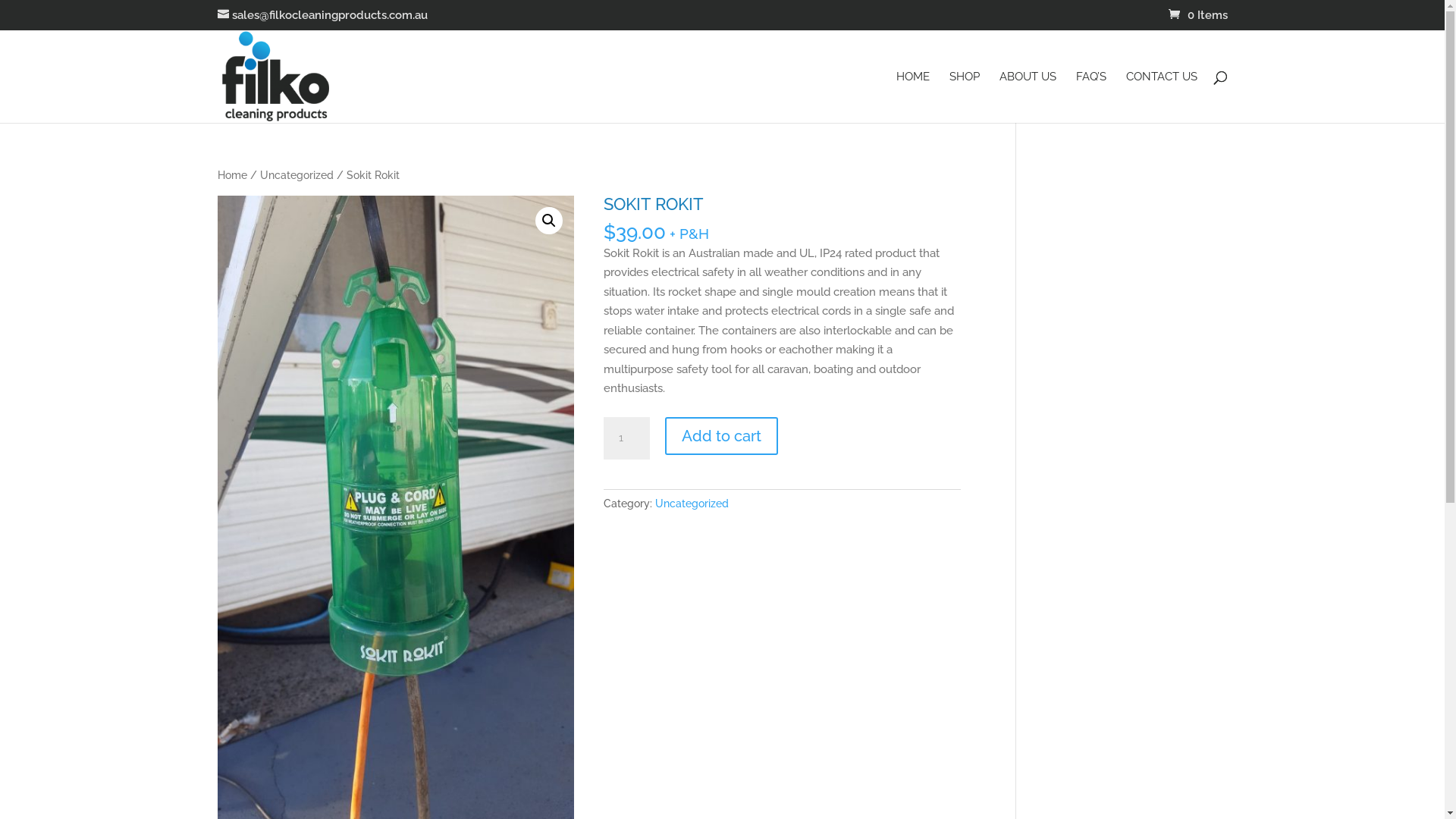 This screenshot has width=1456, height=819. Describe the element at coordinates (1197, 14) in the screenshot. I see `'0 Items'` at that location.